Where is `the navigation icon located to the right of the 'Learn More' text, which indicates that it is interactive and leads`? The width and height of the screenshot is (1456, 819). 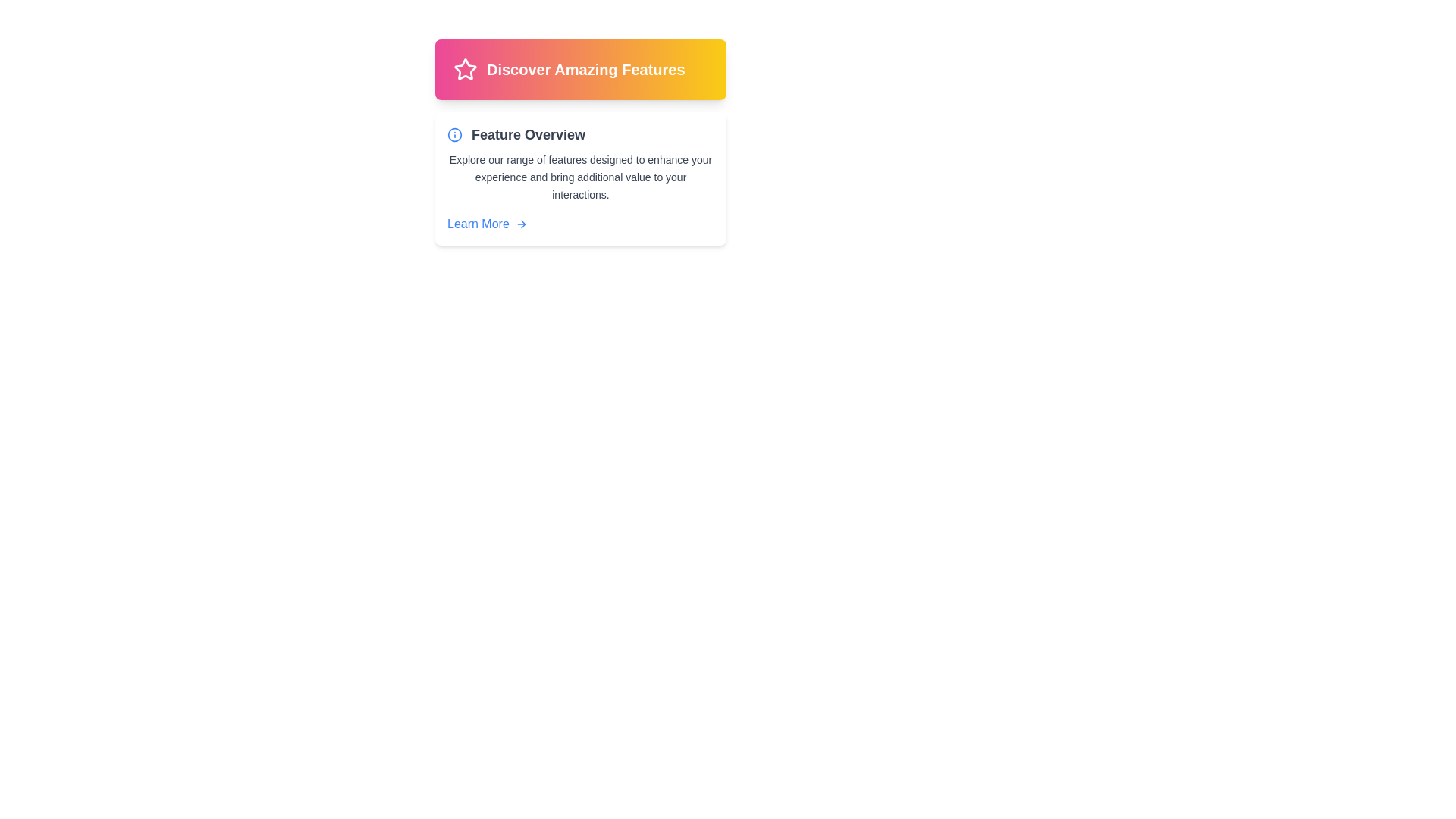 the navigation icon located to the right of the 'Learn More' text, which indicates that it is interactive and leads is located at coordinates (521, 224).